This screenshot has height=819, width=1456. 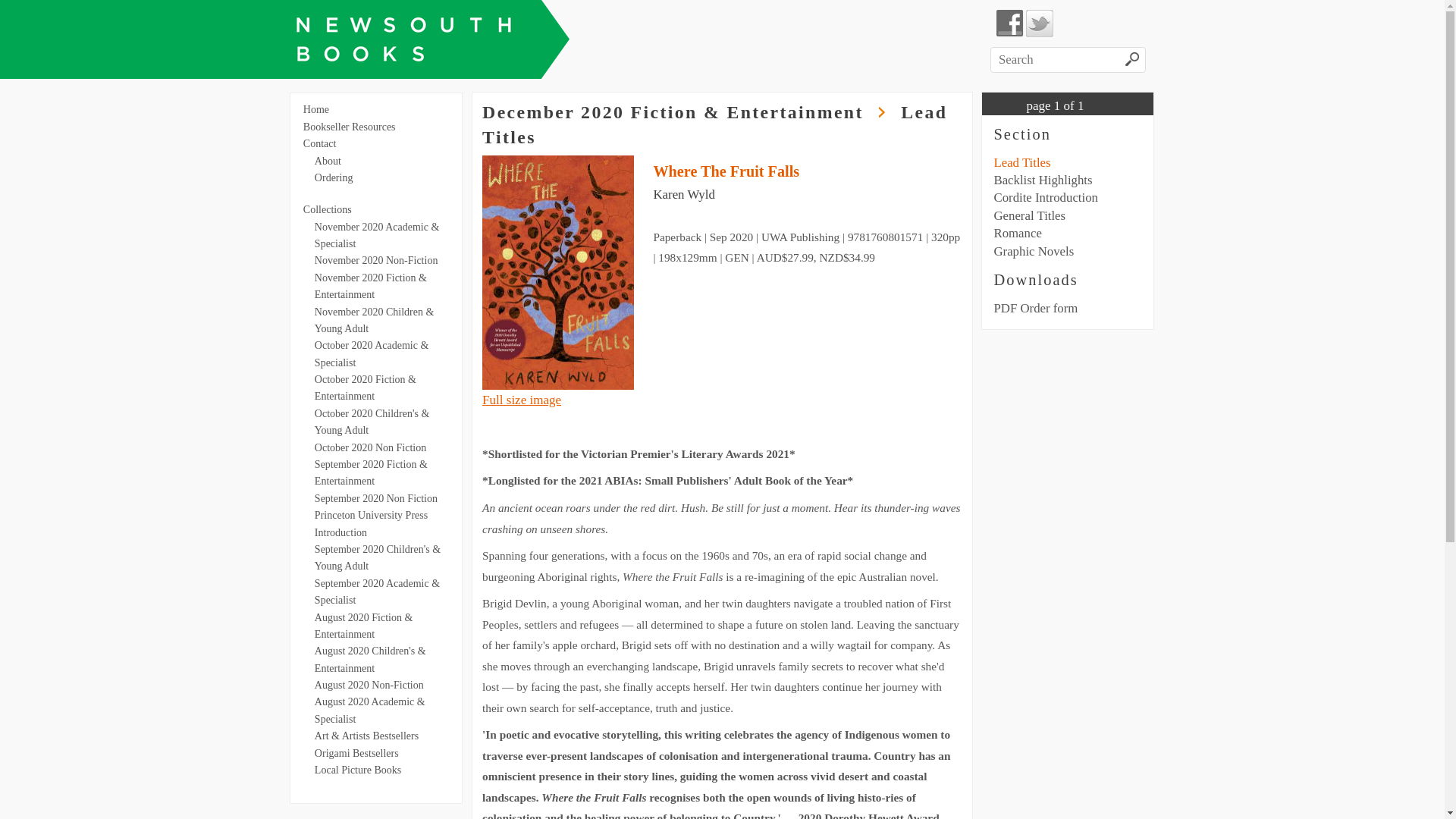 I want to click on 'November 2020 Academic & Specialist', so click(x=377, y=235).